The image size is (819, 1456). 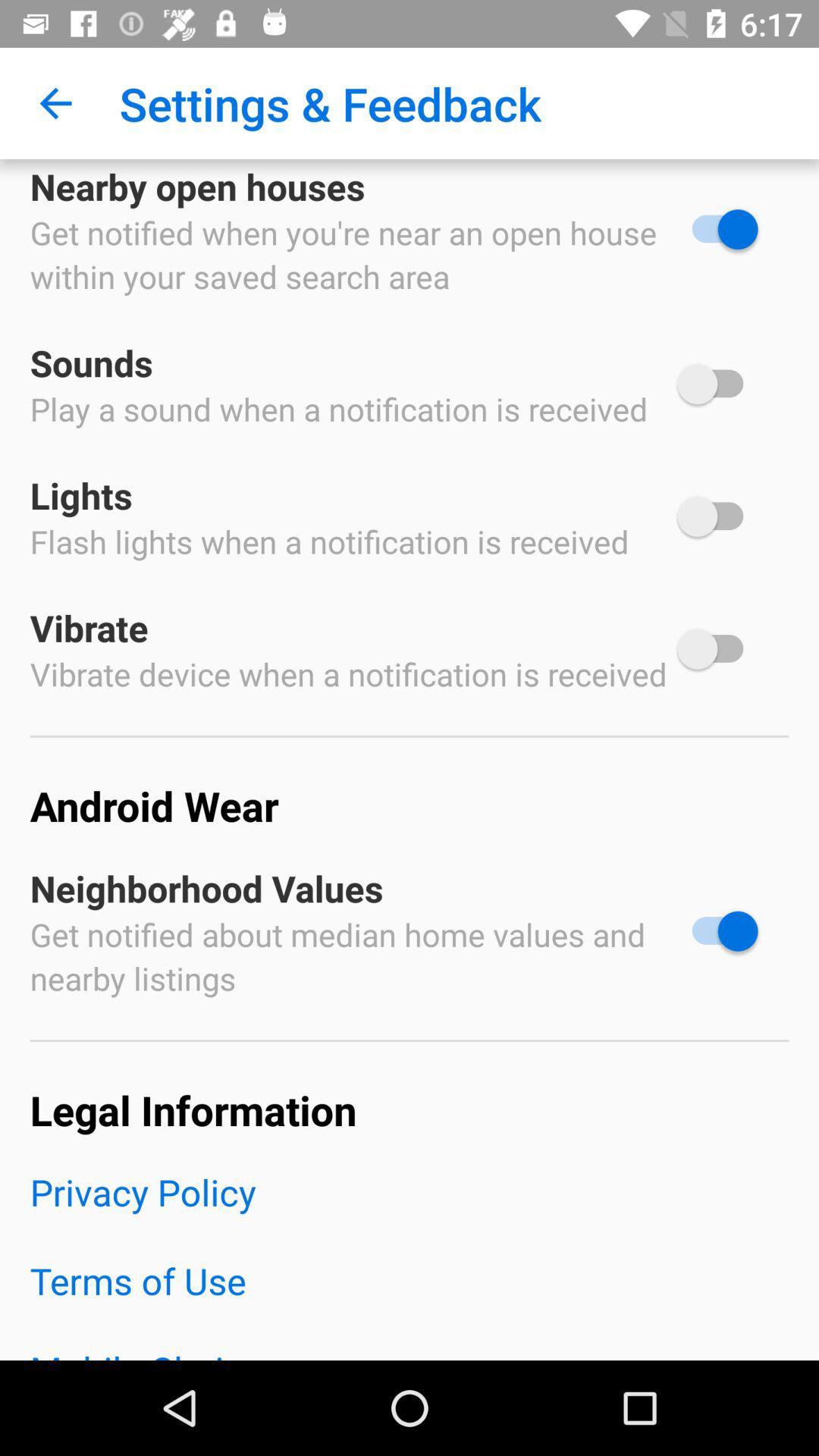 What do you see at coordinates (55, 102) in the screenshot?
I see `the item next to settings & feedback app` at bounding box center [55, 102].